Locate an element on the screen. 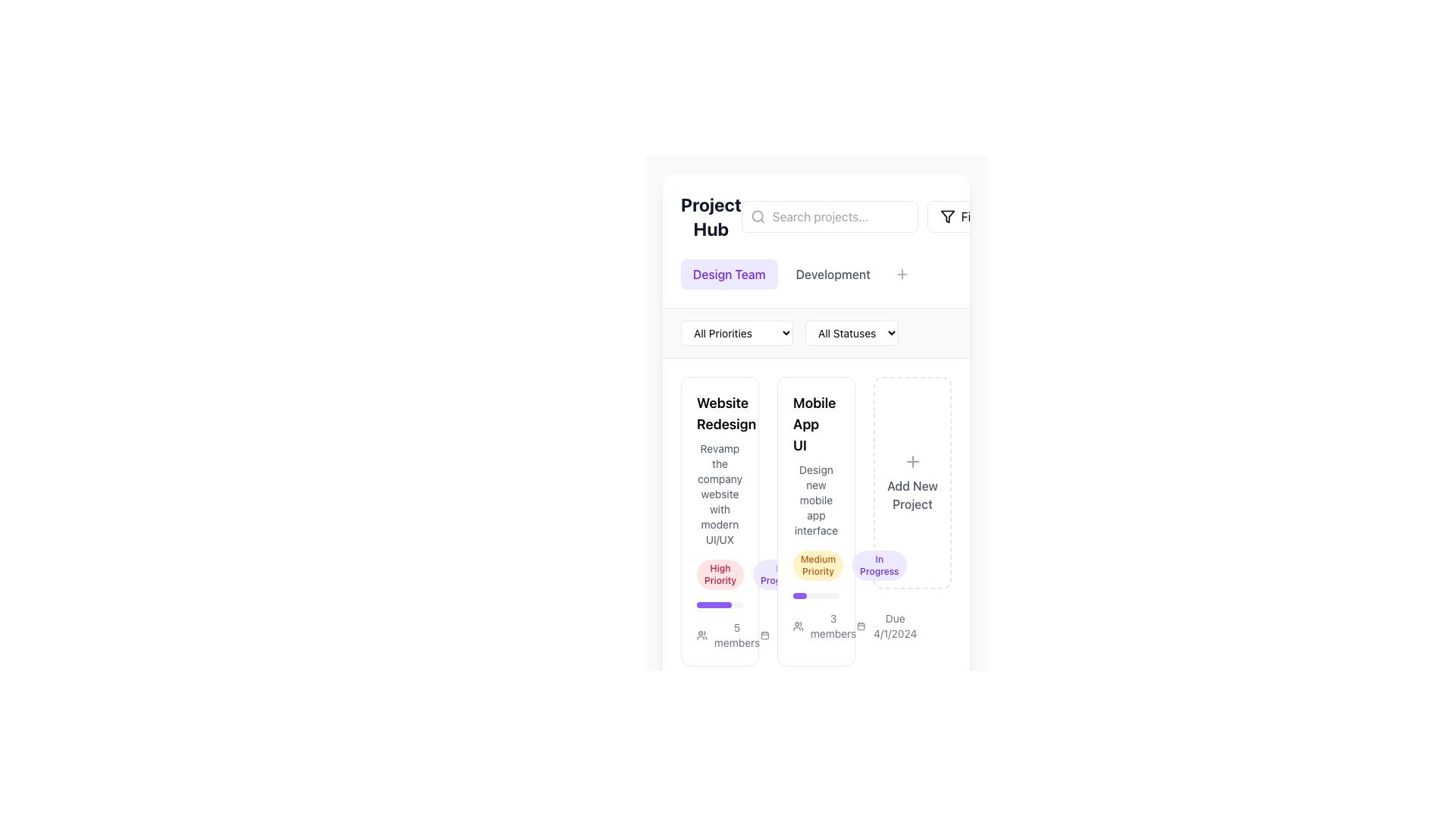 This screenshot has width=1456, height=819. the progress bar that visually represents 75% task completion, located centrally at the bottom of the 'Website Redesign' card, below the badges and above the '5 members' text is located at coordinates (719, 604).